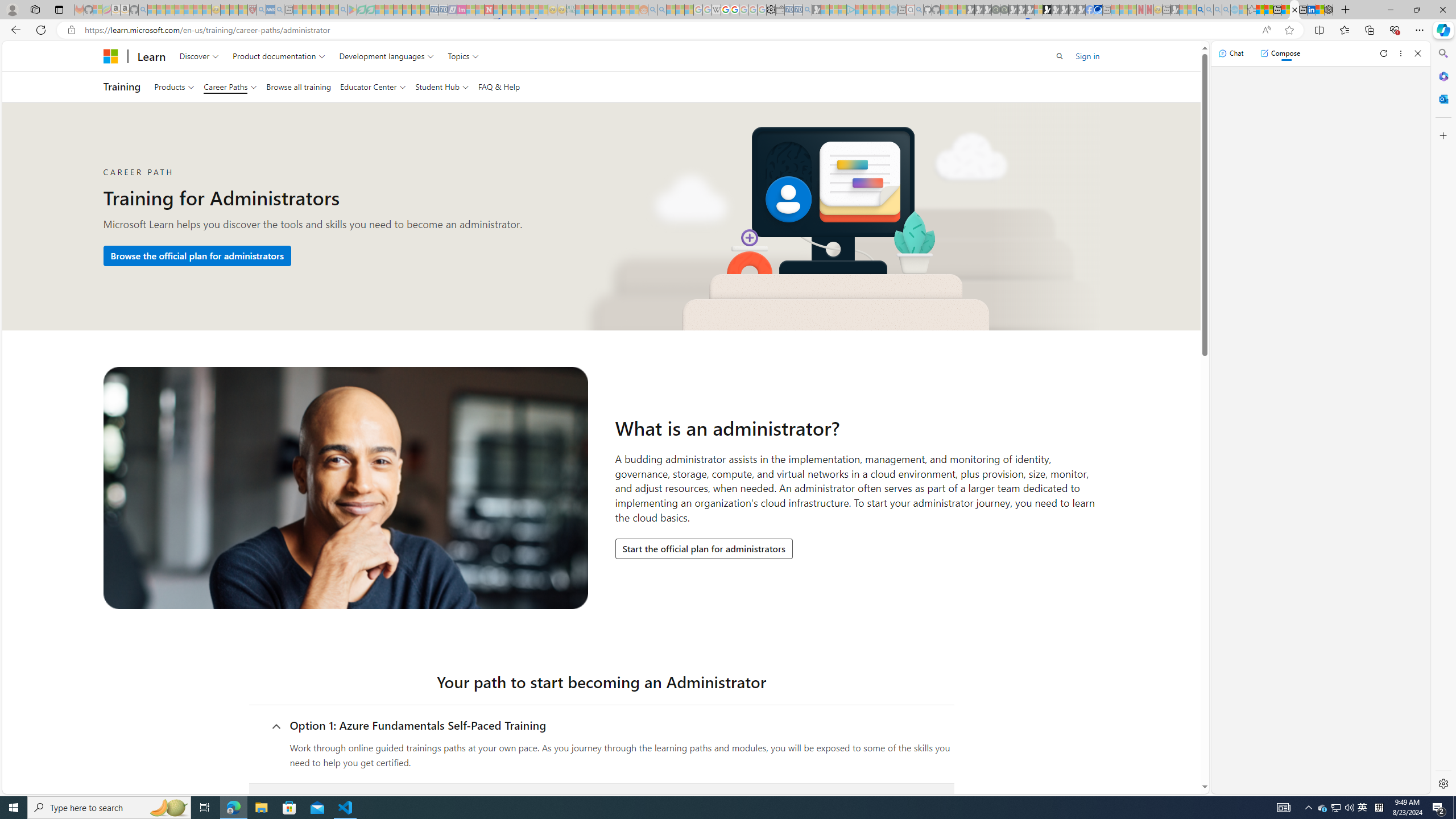  I want to click on 'Favorites - Sleeping', so click(1252, 9).